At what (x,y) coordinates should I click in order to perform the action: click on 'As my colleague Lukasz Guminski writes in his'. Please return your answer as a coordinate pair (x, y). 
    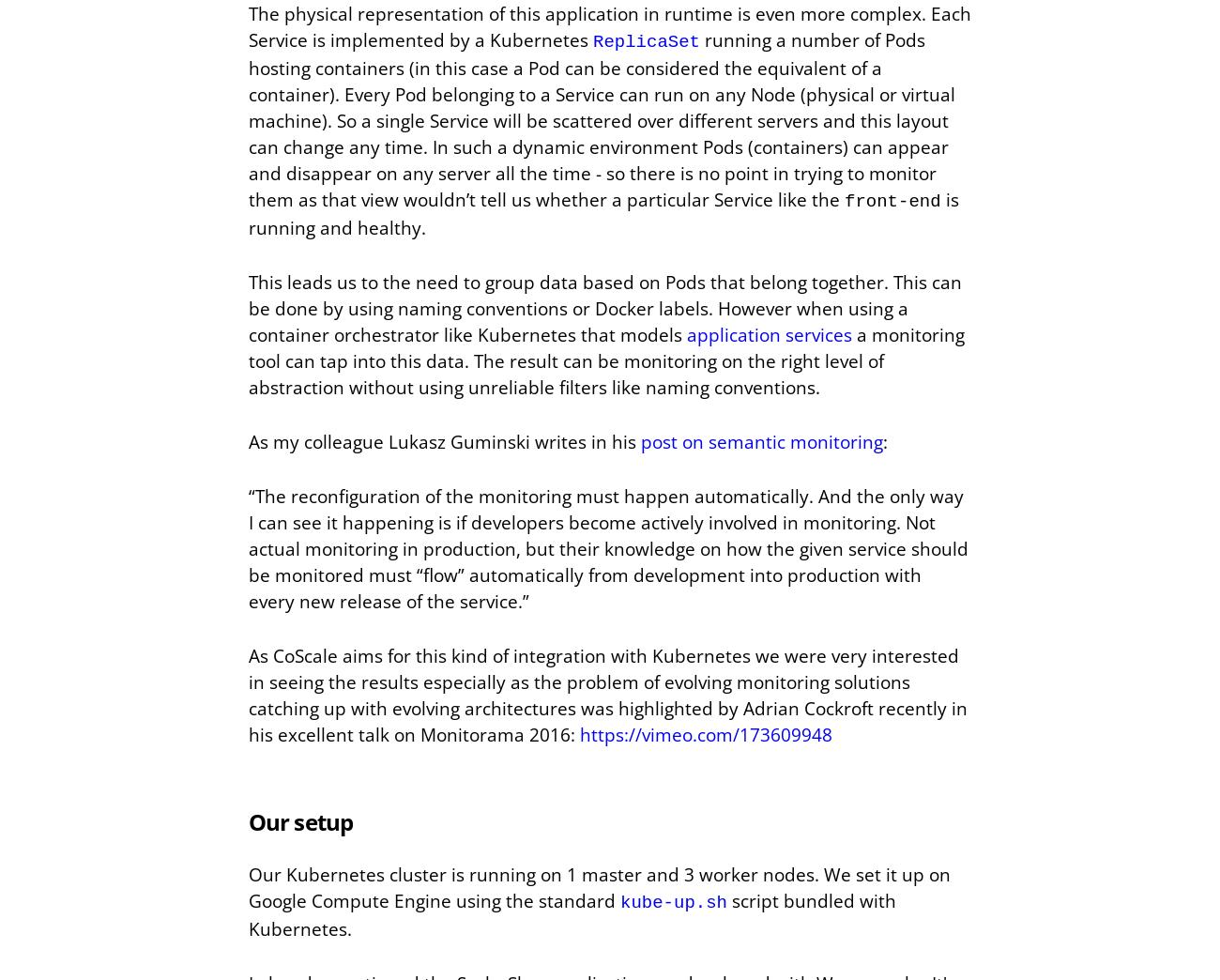
    Looking at the image, I should click on (247, 441).